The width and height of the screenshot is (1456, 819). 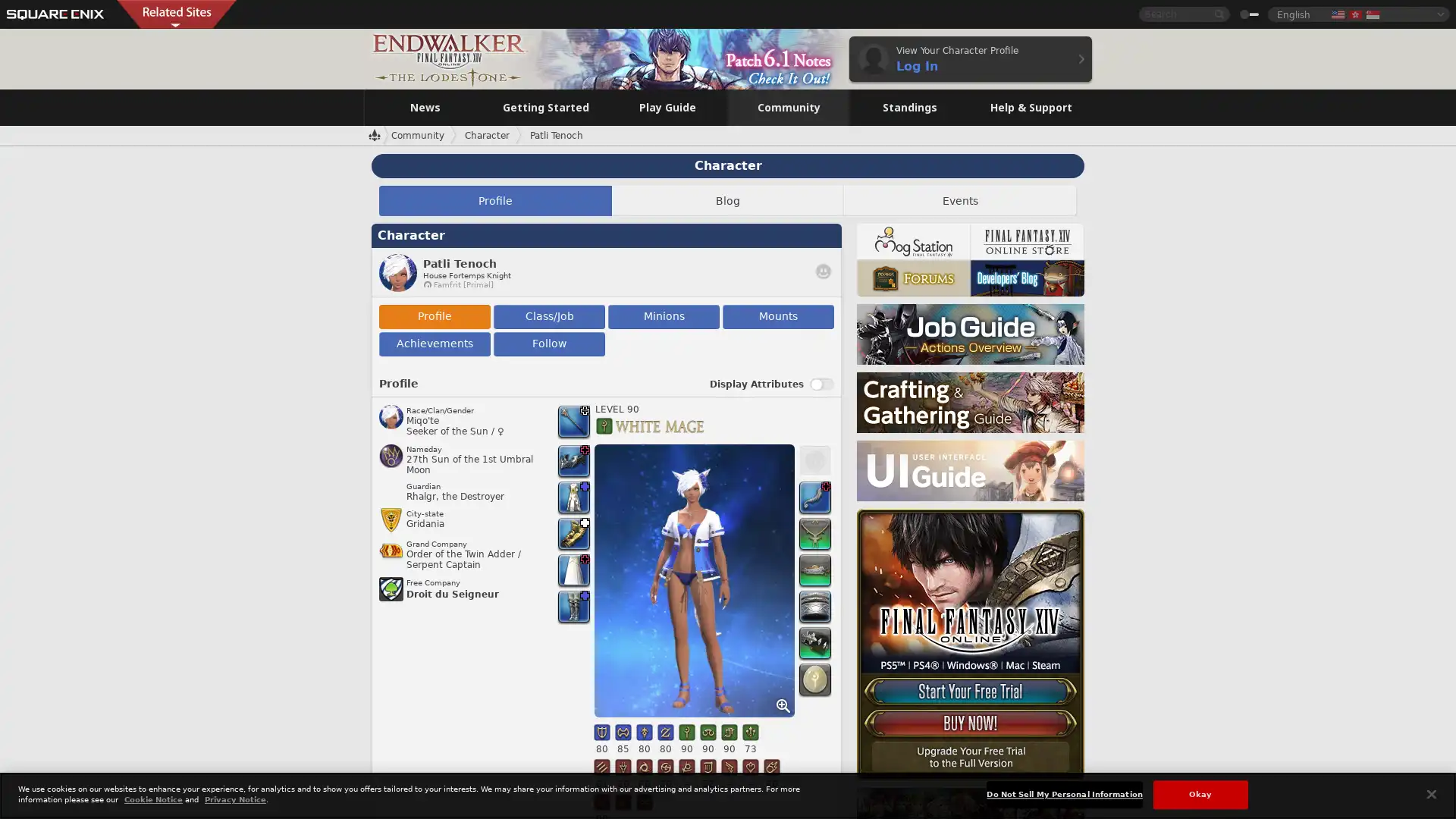 What do you see at coordinates (1063, 793) in the screenshot?
I see `Do Not Sell My Personal Information` at bounding box center [1063, 793].